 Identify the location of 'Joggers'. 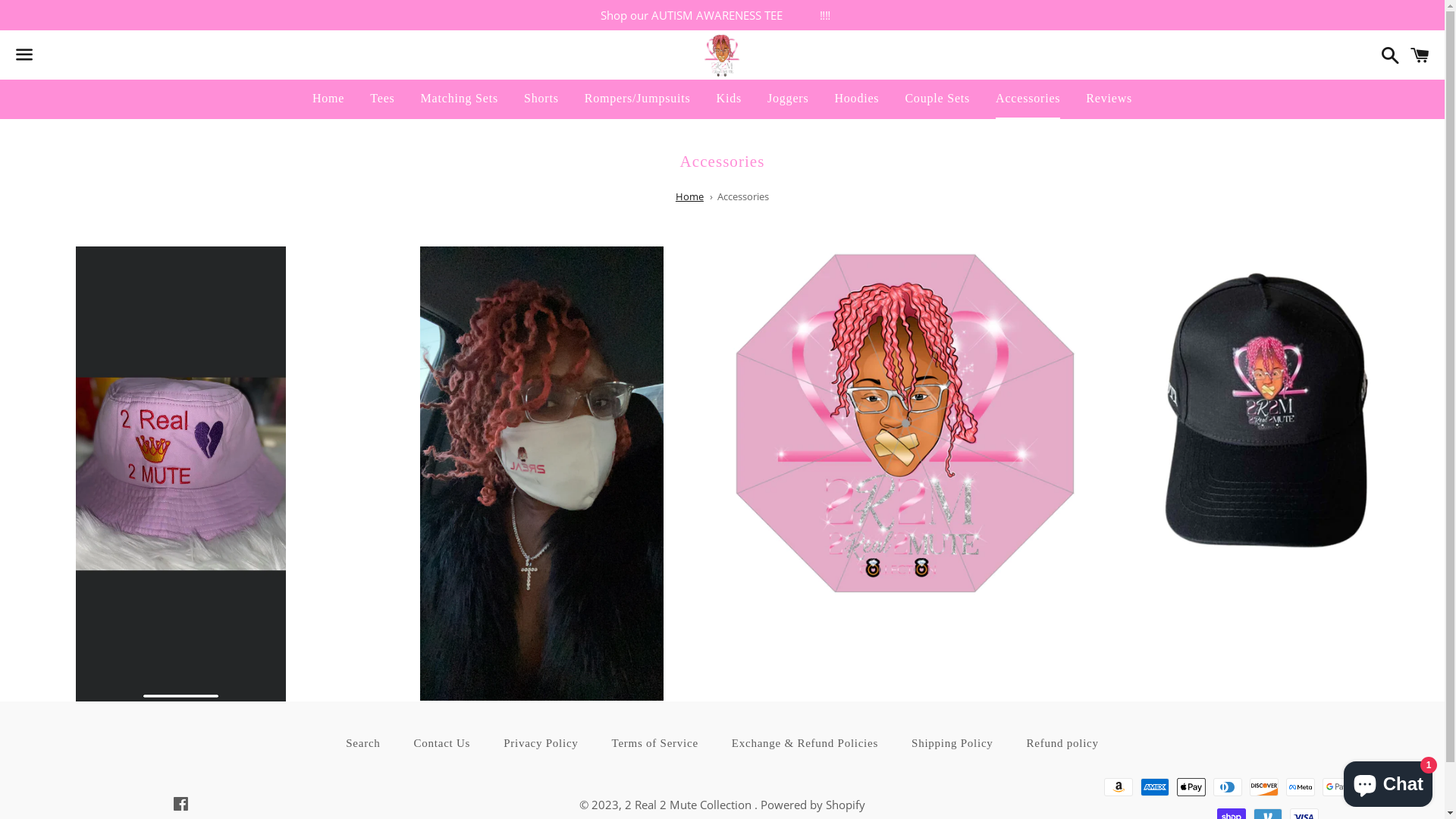
(787, 99).